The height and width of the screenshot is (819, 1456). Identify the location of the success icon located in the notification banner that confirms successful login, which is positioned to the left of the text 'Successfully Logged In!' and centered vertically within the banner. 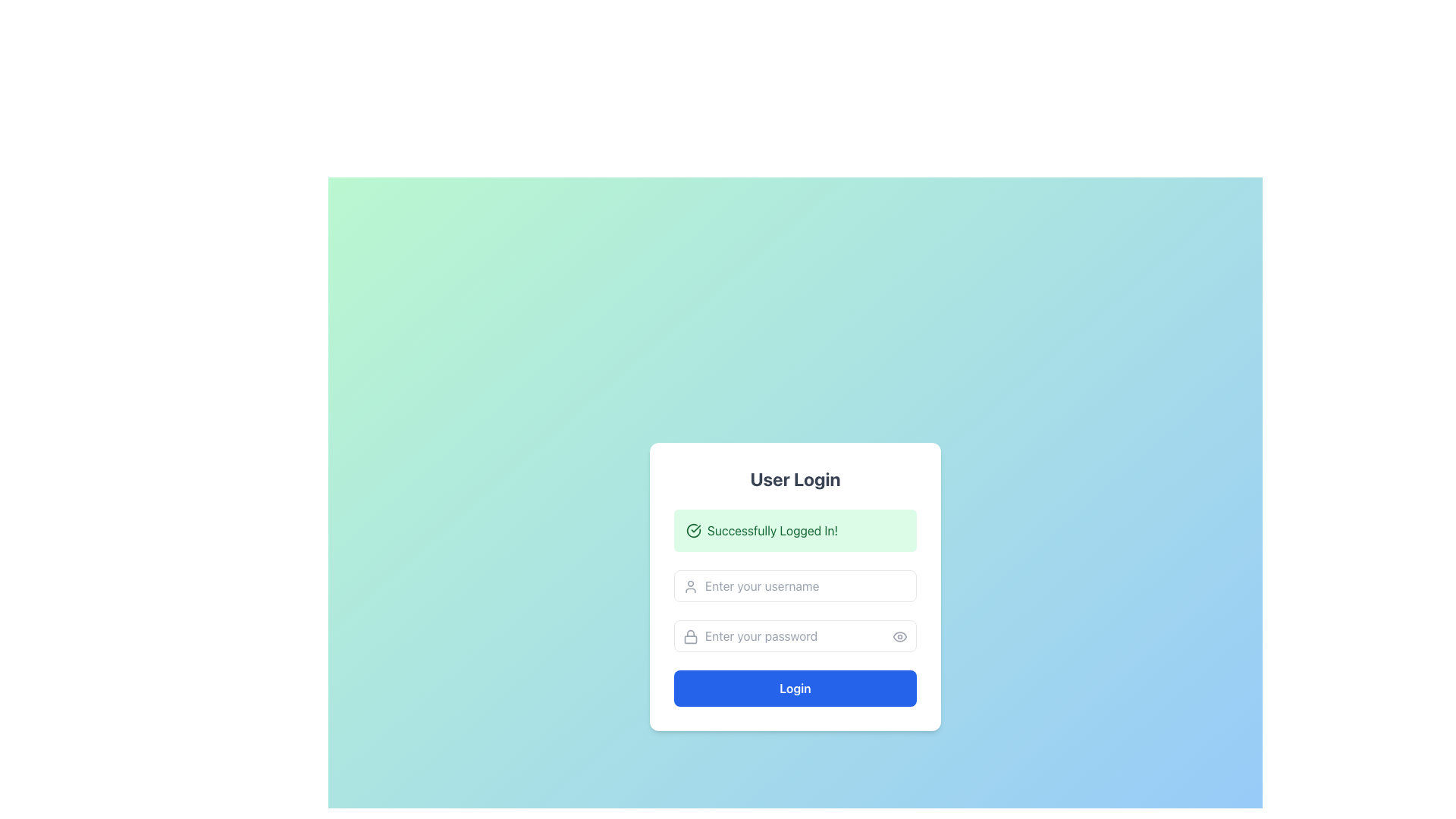
(693, 529).